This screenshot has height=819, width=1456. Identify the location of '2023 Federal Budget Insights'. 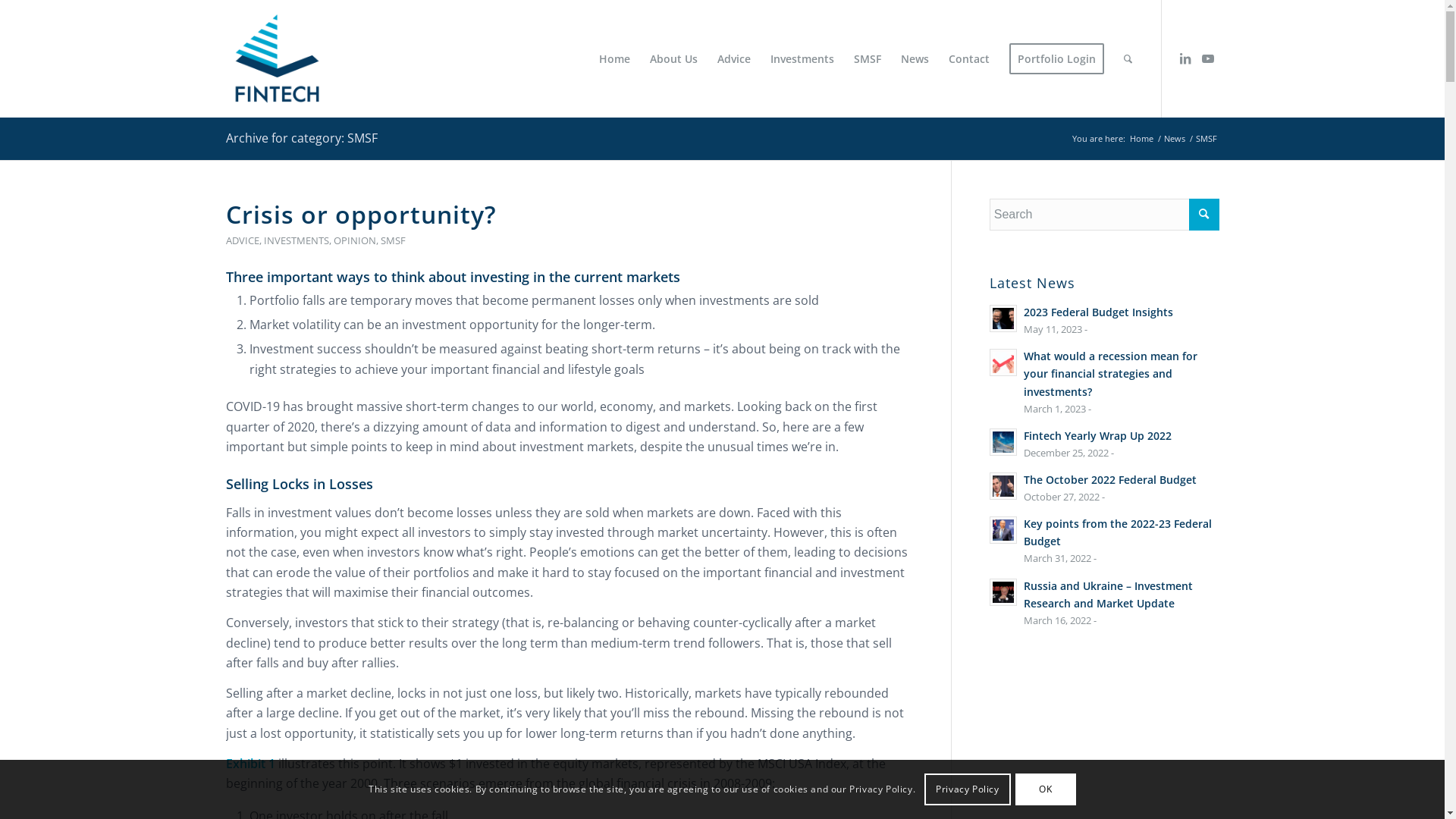
(1023, 311).